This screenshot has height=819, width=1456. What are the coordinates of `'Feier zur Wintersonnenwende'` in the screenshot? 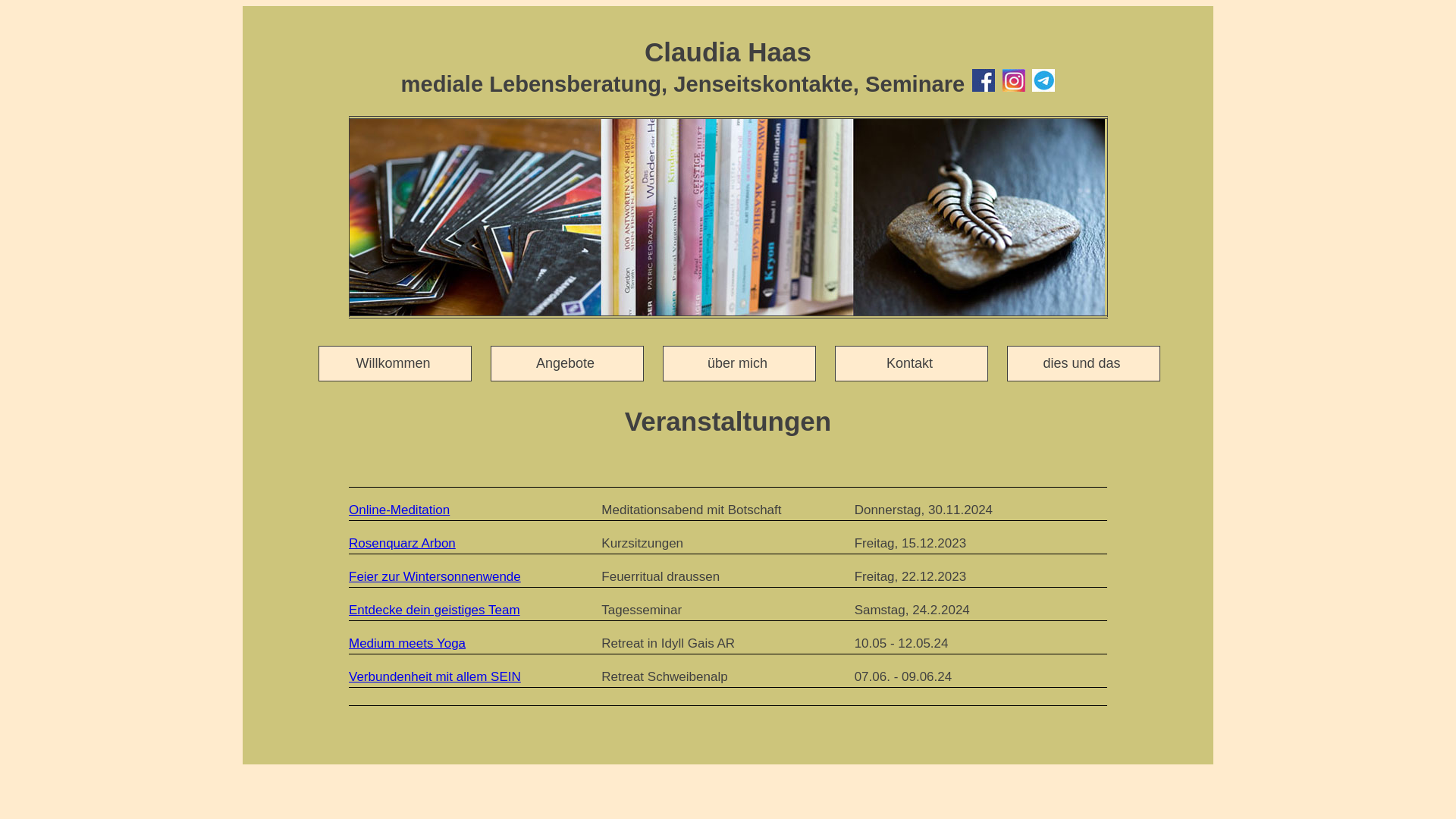 It's located at (434, 576).